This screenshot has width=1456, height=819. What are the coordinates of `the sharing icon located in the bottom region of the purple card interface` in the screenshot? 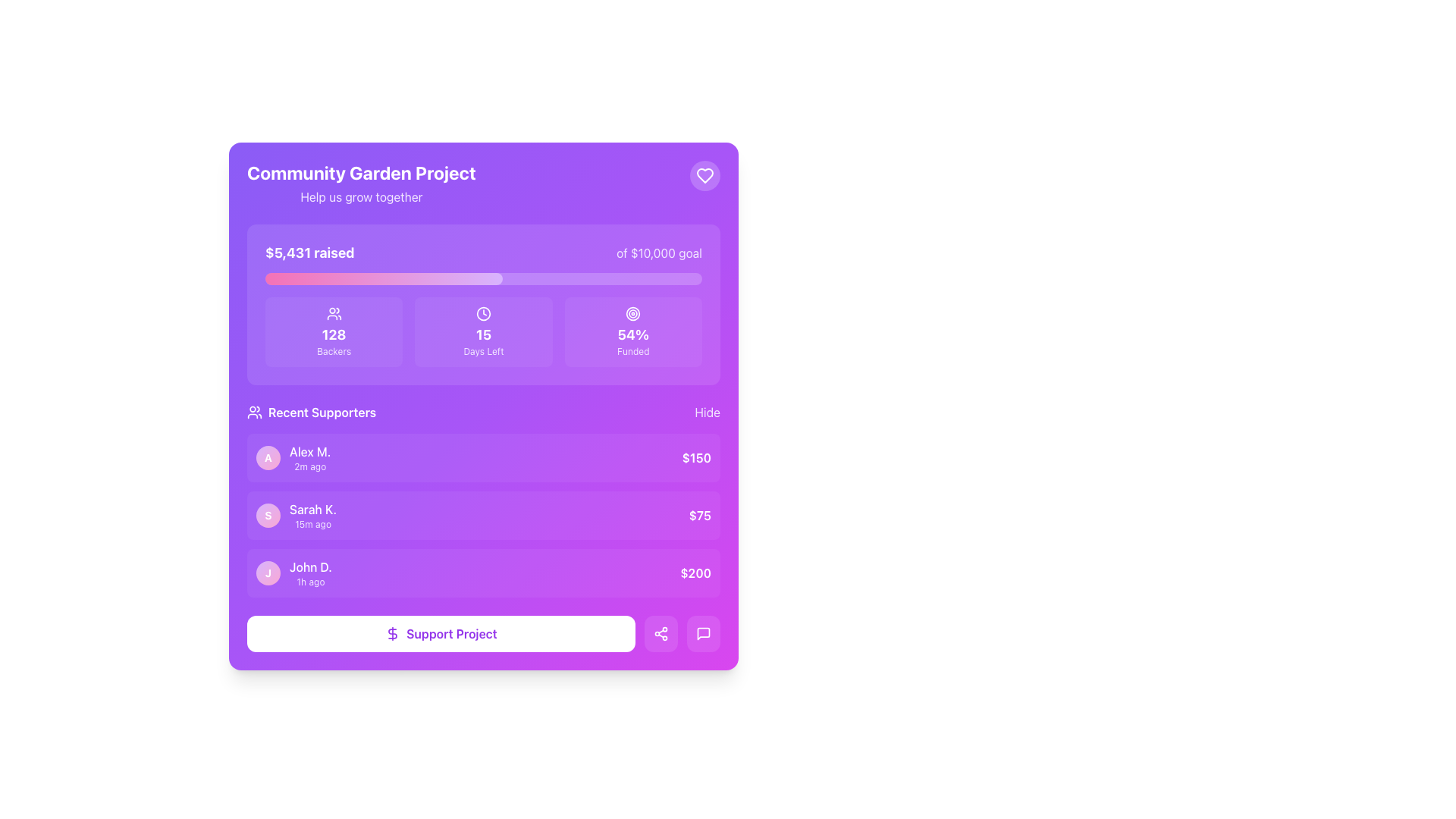 It's located at (661, 634).